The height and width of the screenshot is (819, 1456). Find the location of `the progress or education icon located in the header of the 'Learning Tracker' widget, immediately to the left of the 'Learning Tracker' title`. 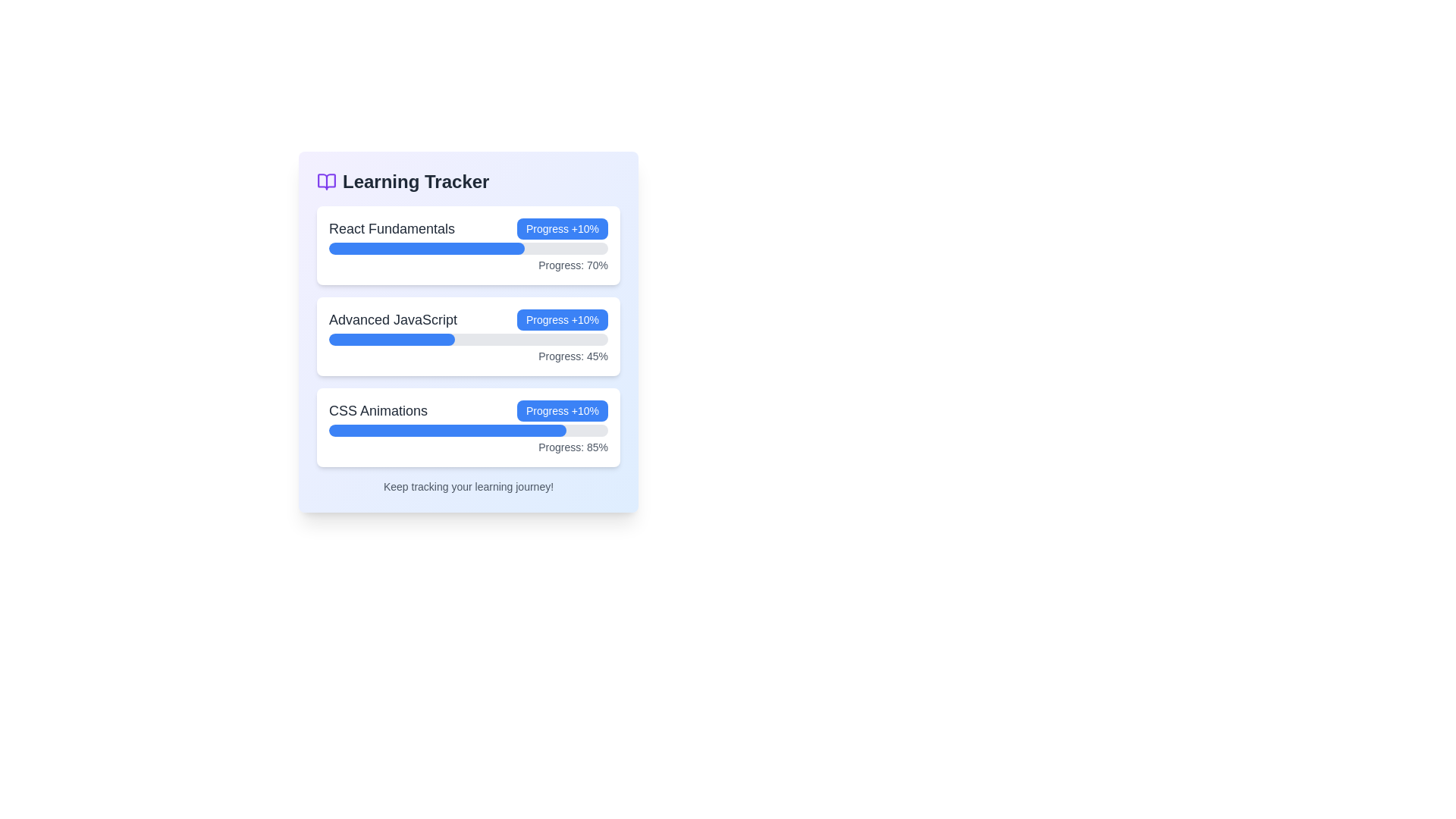

the progress or education icon located in the header of the 'Learning Tracker' widget, immediately to the left of the 'Learning Tracker' title is located at coordinates (326, 180).